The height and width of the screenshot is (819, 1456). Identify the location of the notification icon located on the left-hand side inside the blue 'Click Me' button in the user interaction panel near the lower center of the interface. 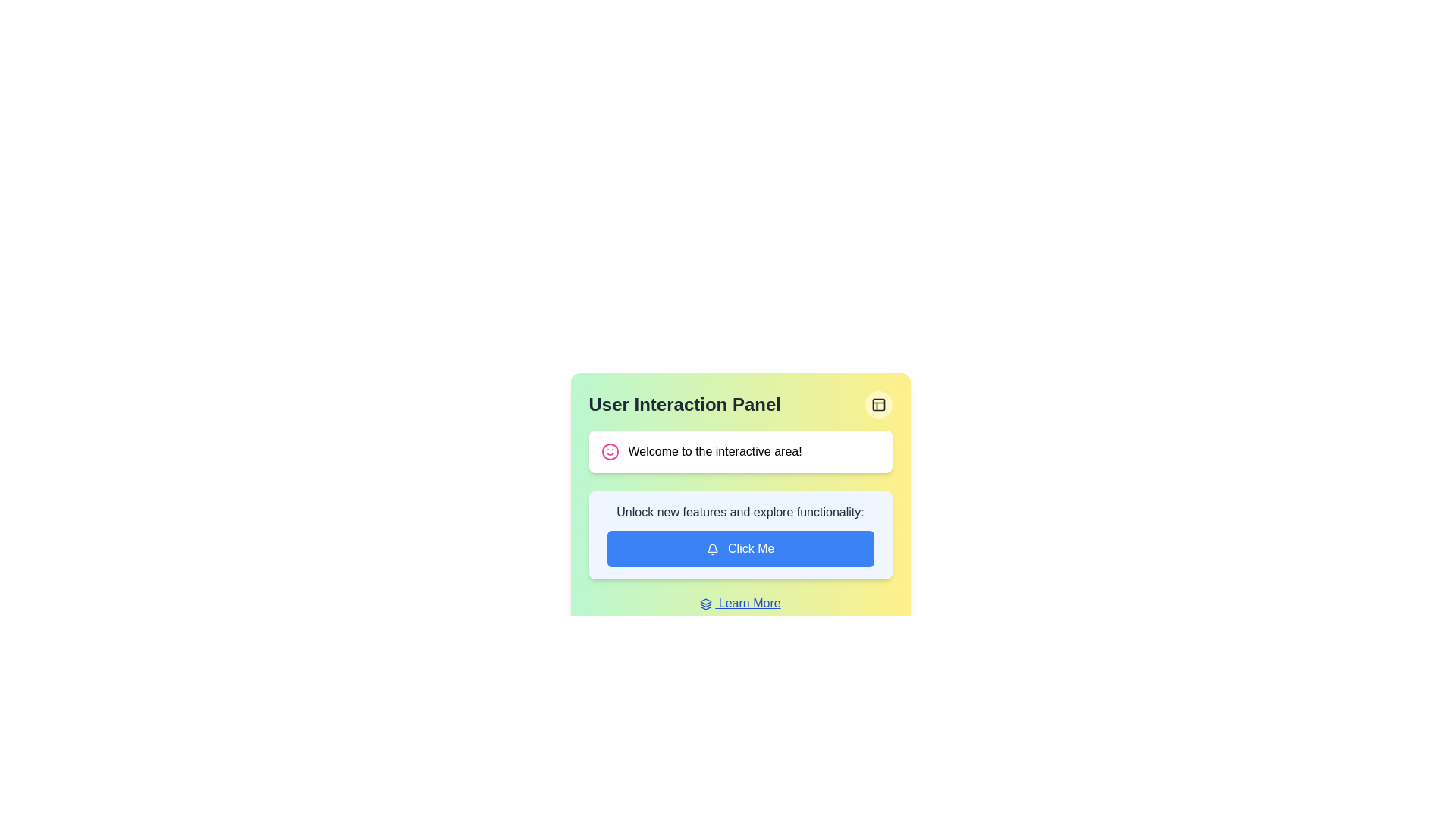
(711, 549).